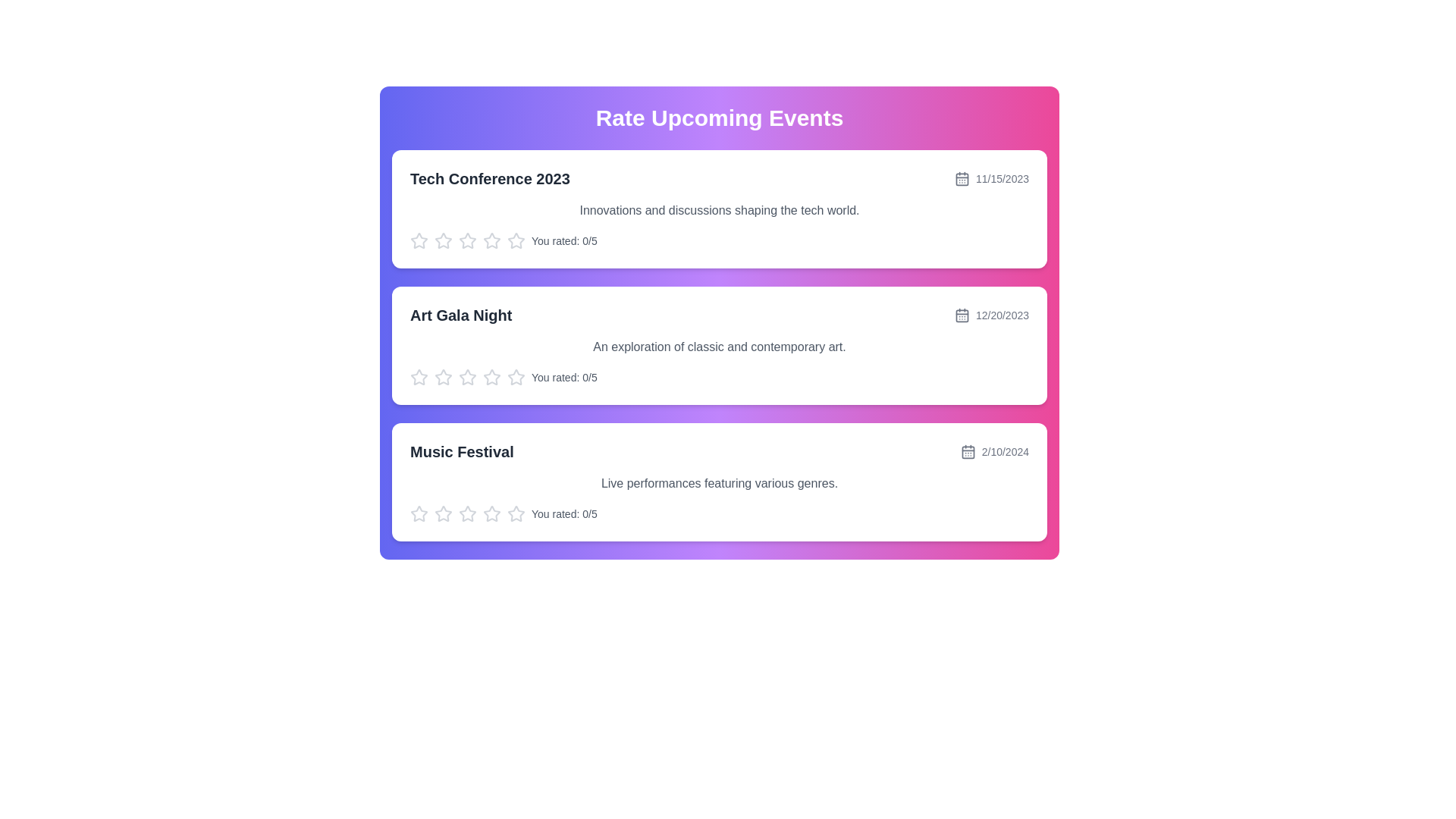 This screenshot has height=819, width=1456. What do you see at coordinates (467, 376) in the screenshot?
I see `the first star in the rating widget located in the 'Art Gala Night' card to provide a one-star rating` at bounding box center [467, 376].